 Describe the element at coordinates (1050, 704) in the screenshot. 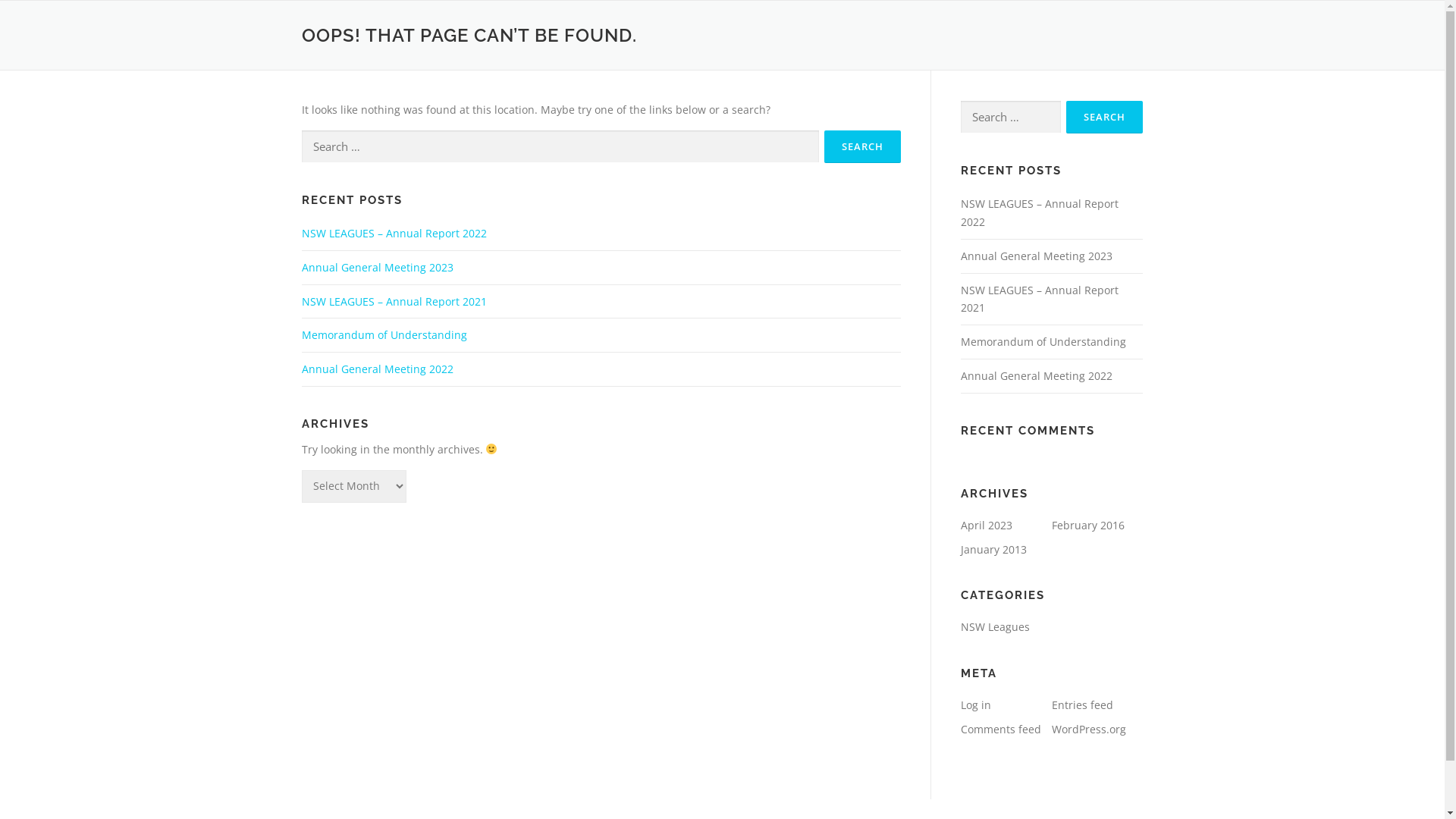

I see `'Entries feed'` at that location.